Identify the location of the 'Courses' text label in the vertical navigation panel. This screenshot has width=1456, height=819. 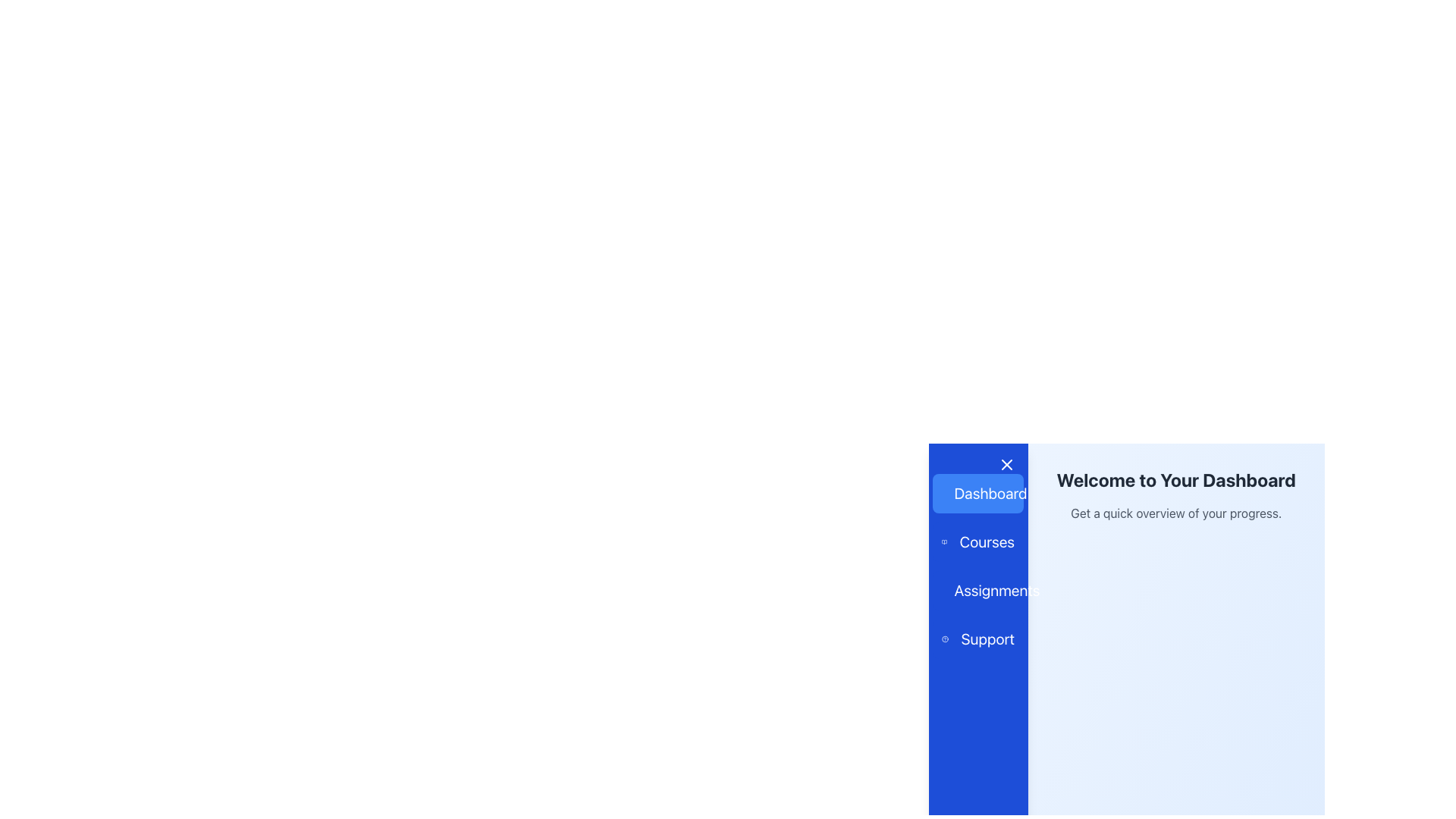
(987, 541).